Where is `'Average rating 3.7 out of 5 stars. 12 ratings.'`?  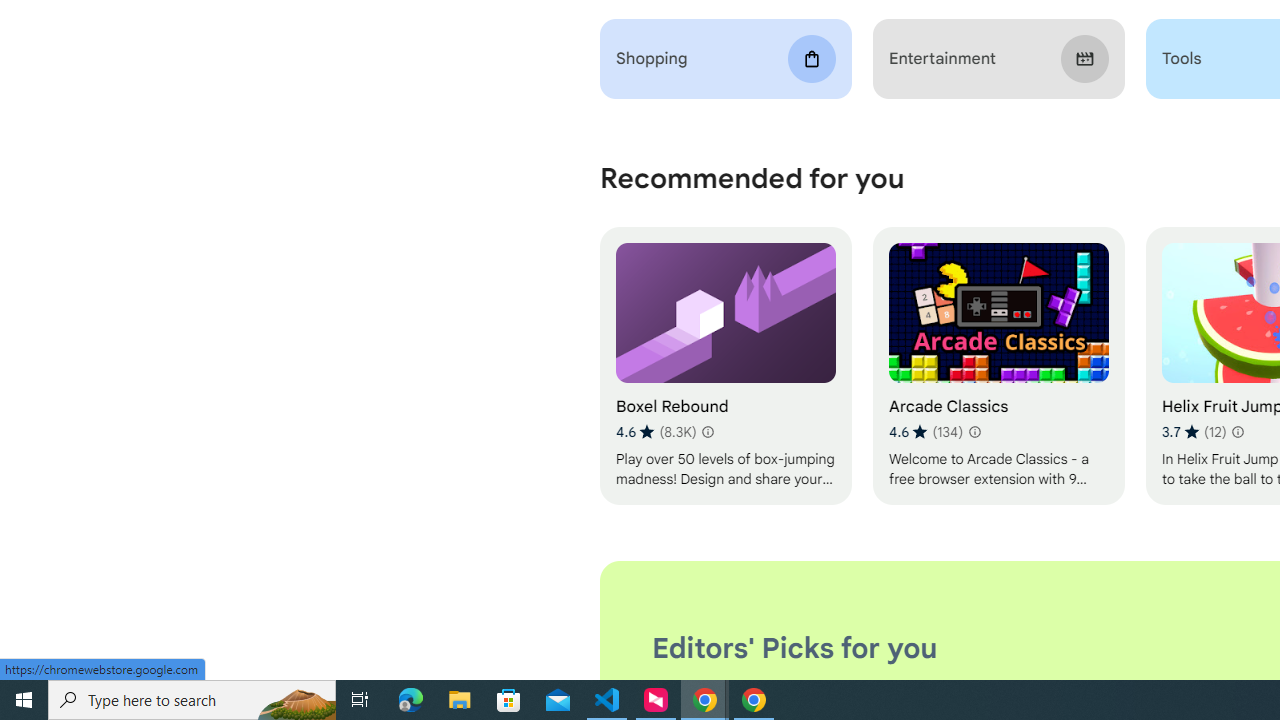 'Average rating 3.7 out of 5 stars. 12 ratings.' is located at coordinates (1194, 431).